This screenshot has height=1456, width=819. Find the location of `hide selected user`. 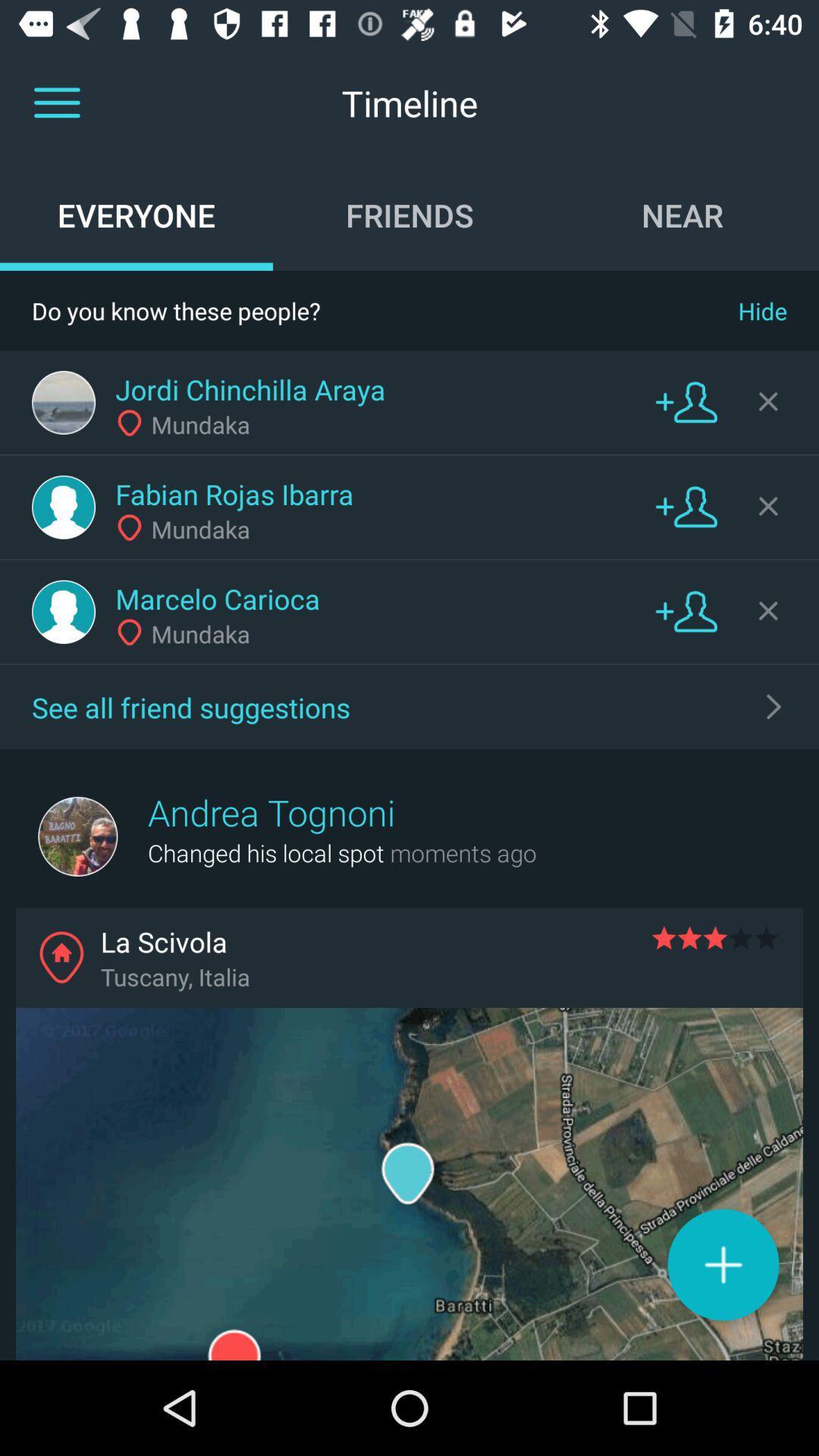

hide selected user is located at coordinates (768, 610).